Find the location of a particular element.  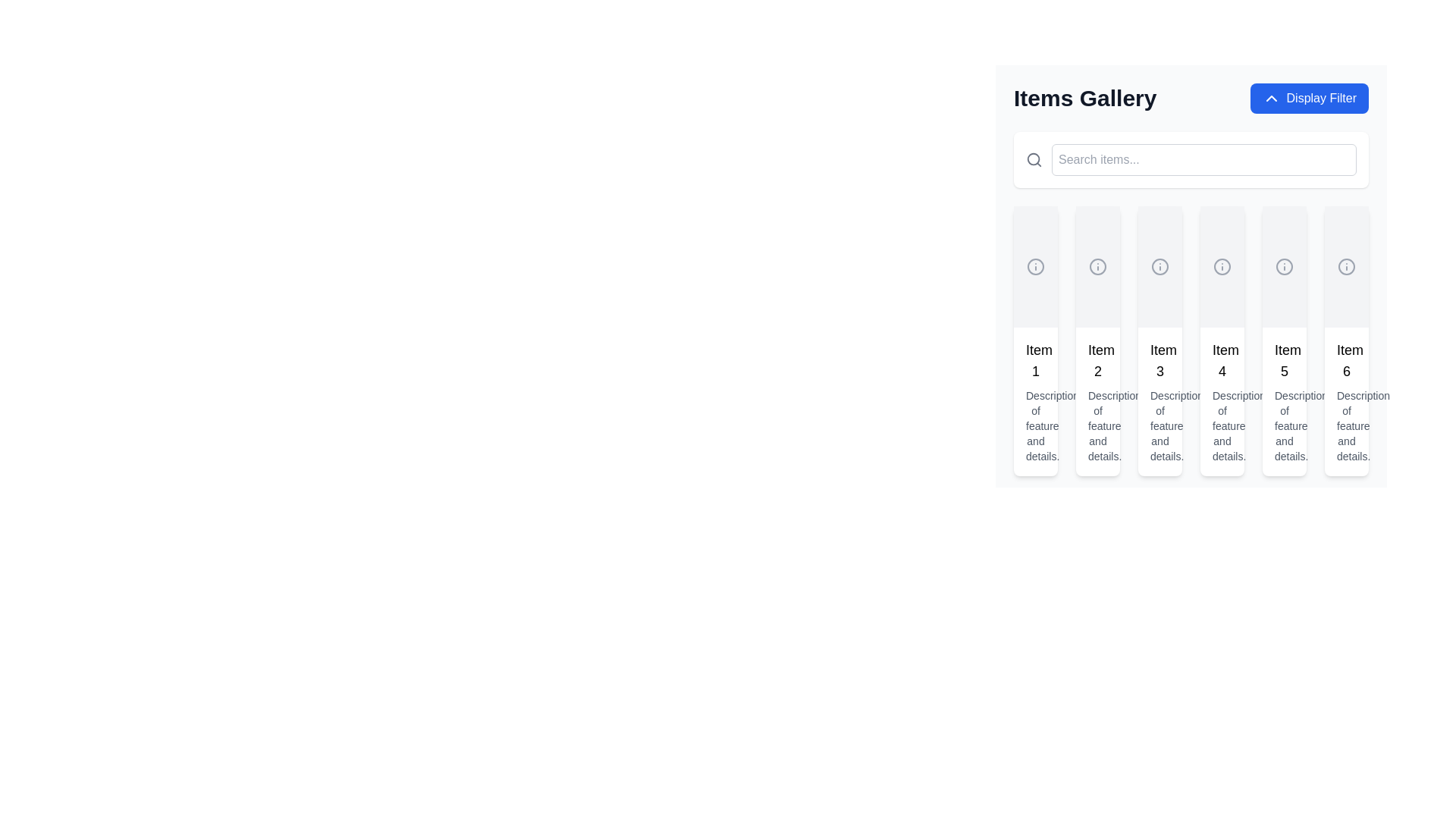

the static text block that reads 'Description of feature and details.' located in the fourth column of the card layout, positioned below 'Item 4' is located at coordinates (1222, 426).